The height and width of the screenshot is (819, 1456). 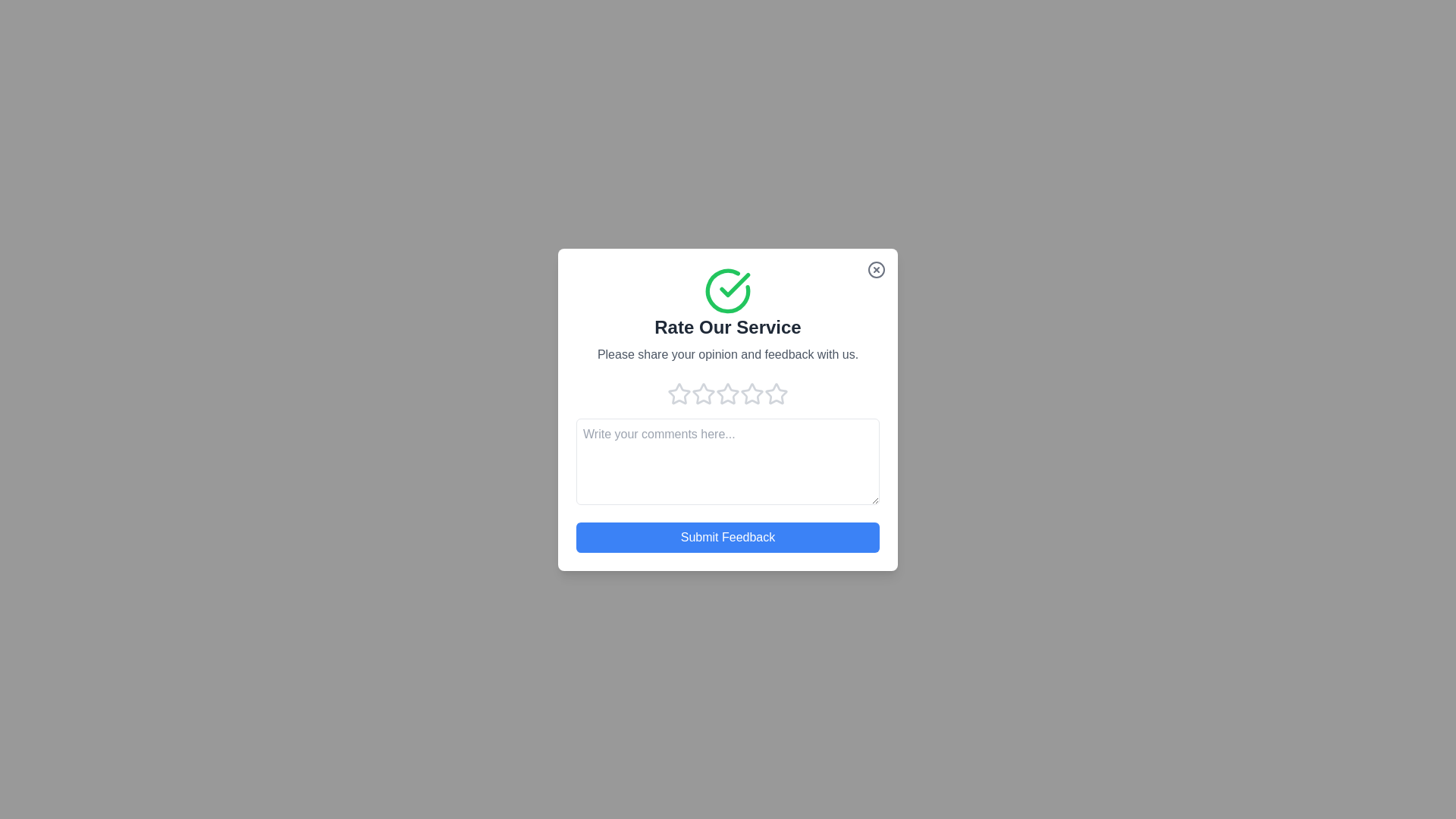 What do you see at coordinates (877, 268) in the screenshot?
I see `close button to dismiss the dialog` at bounding box center [877, 268].